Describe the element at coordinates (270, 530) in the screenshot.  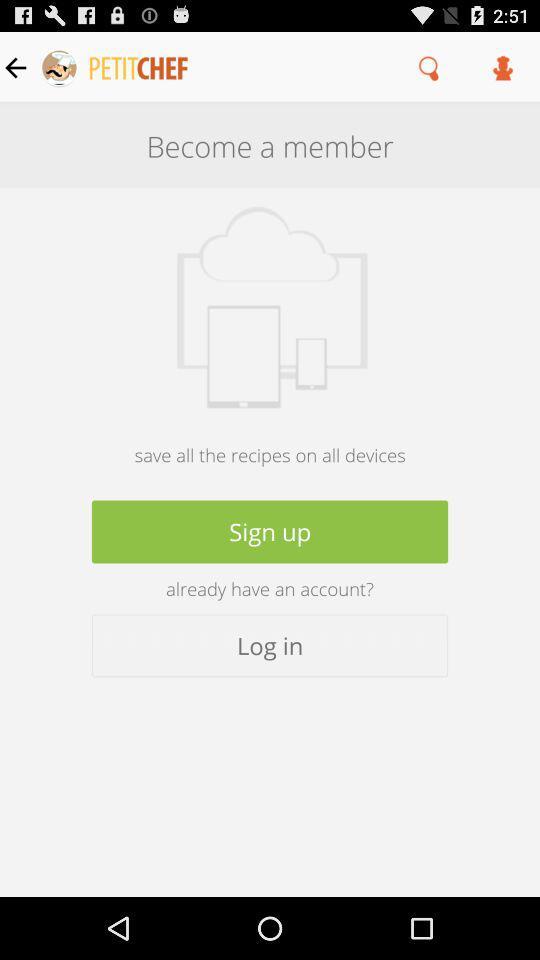
I see `the item below save all the icon` at that location.